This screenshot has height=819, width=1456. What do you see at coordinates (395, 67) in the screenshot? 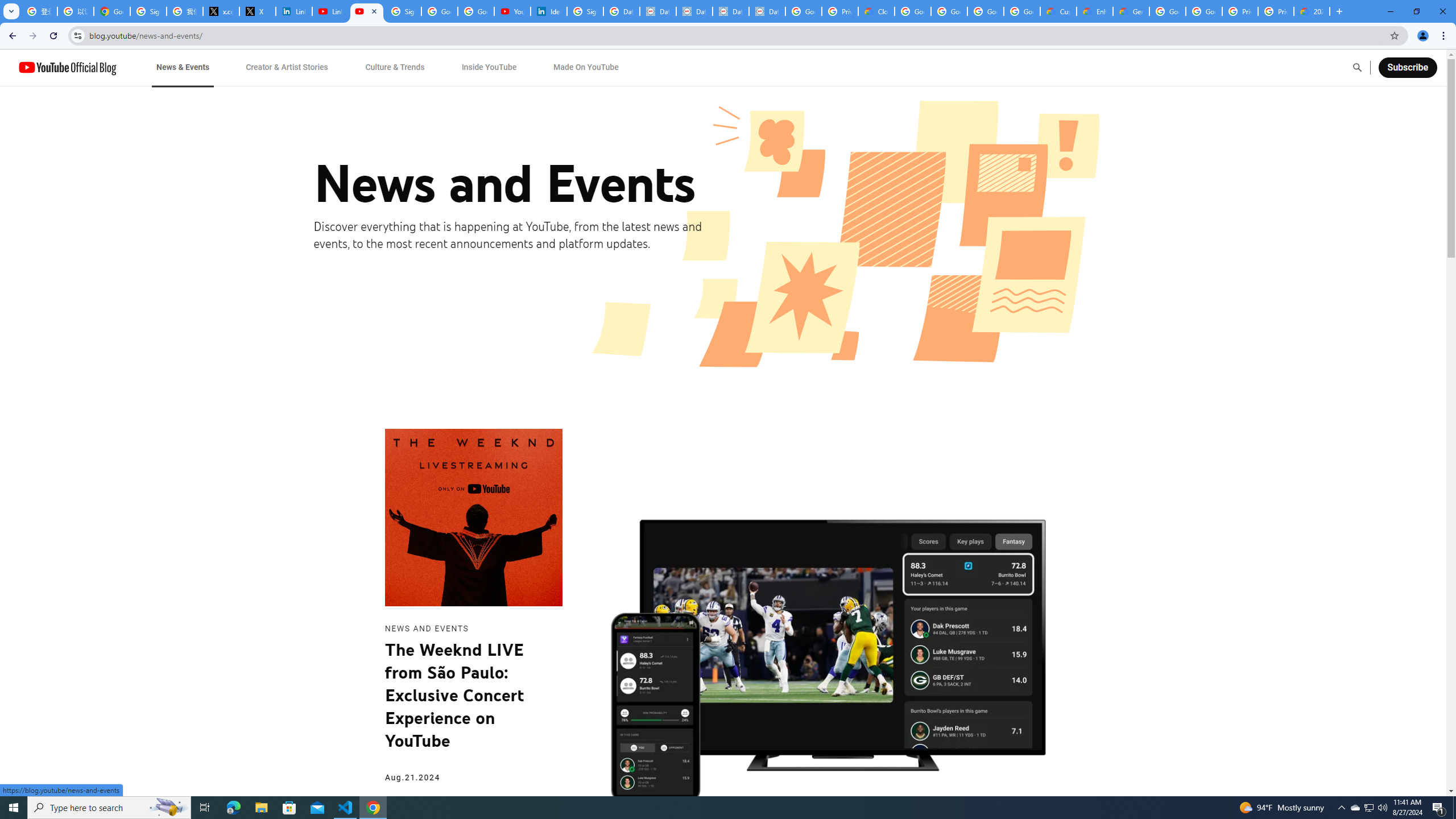
I see `'Culture & Trends'` at bounding box center [395, 67].